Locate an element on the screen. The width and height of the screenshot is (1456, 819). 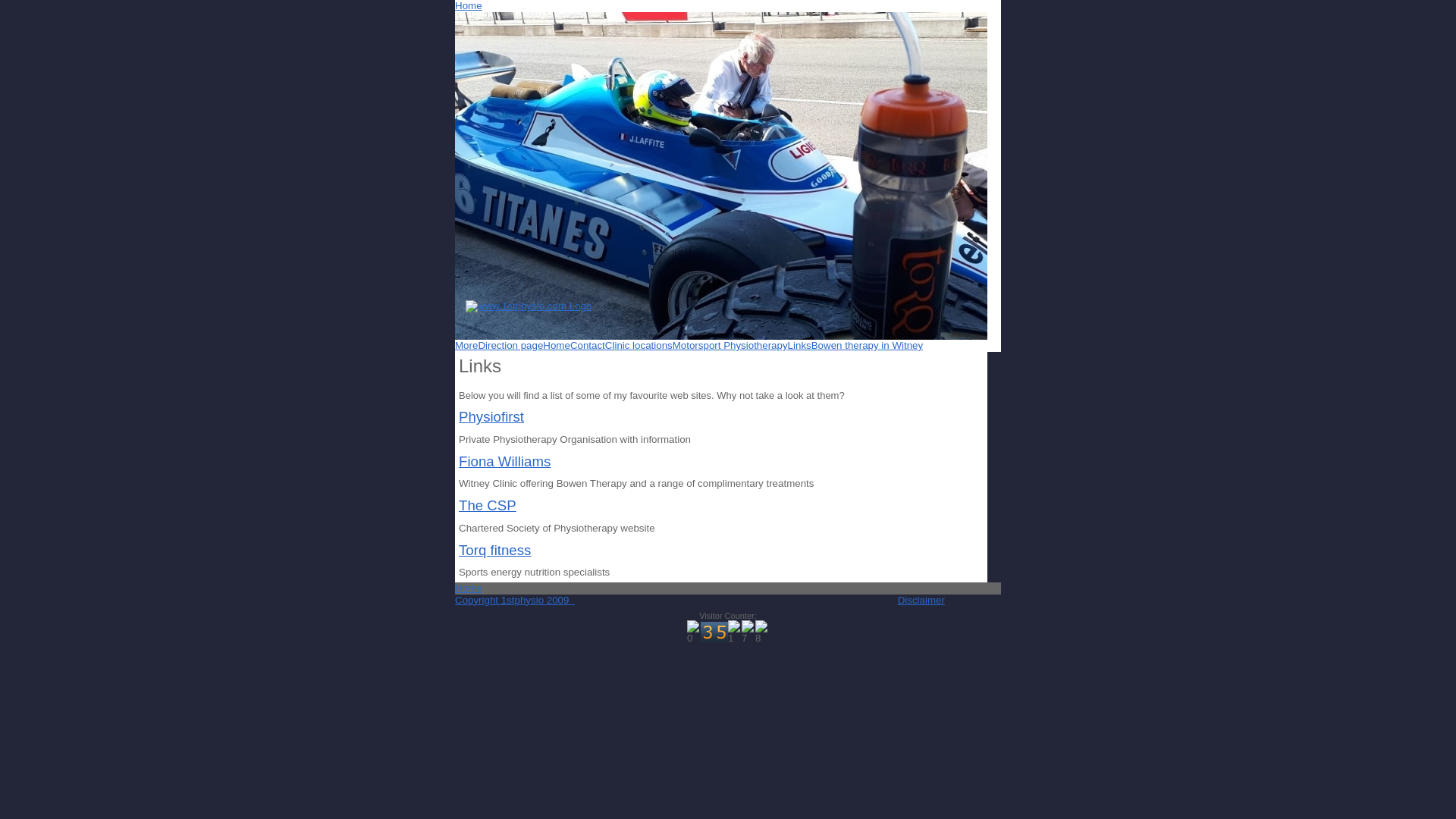
'The CSP' is located at coordinates (488, 505).